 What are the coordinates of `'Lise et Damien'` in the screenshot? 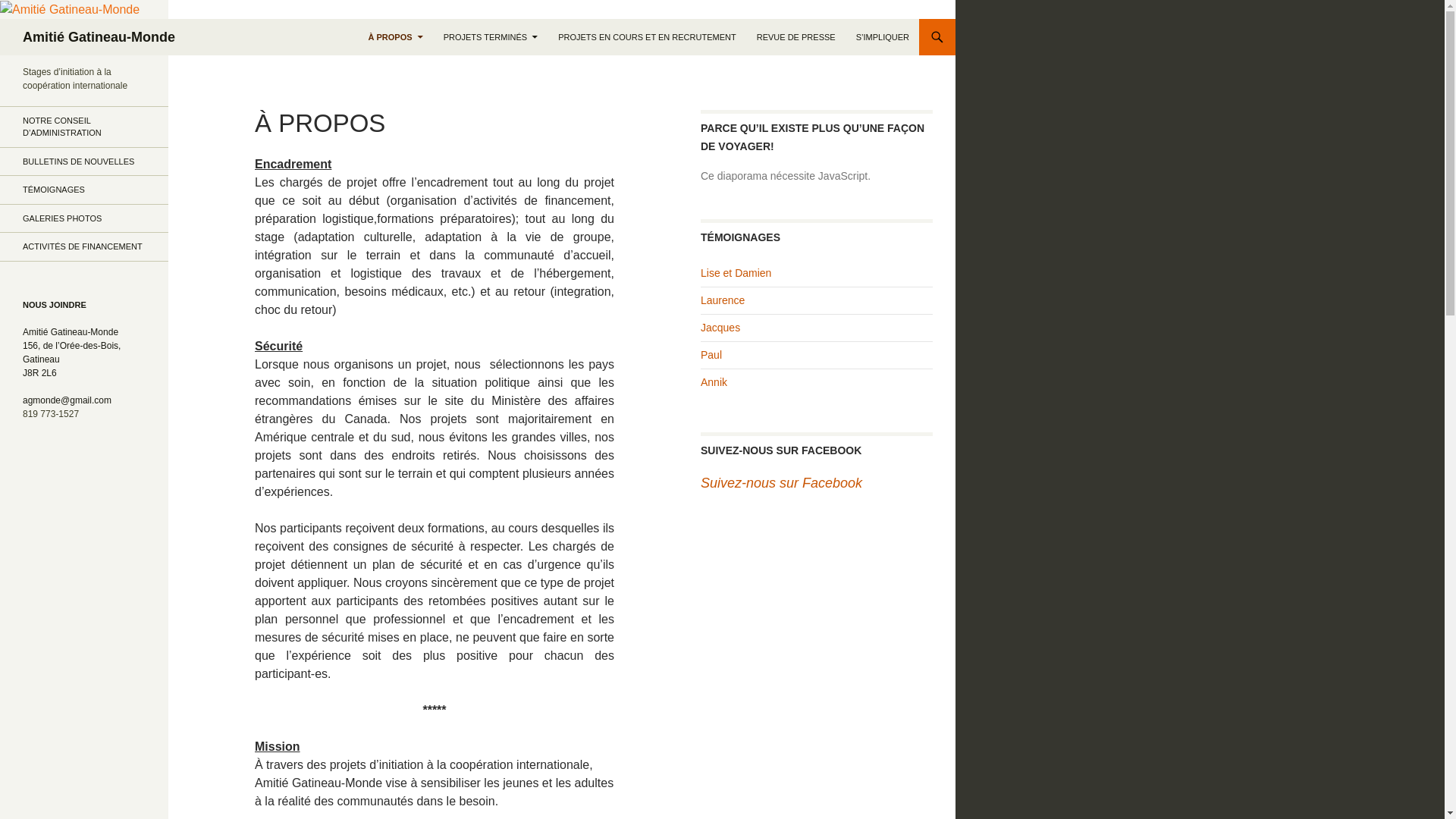 It's located at (736, 271).